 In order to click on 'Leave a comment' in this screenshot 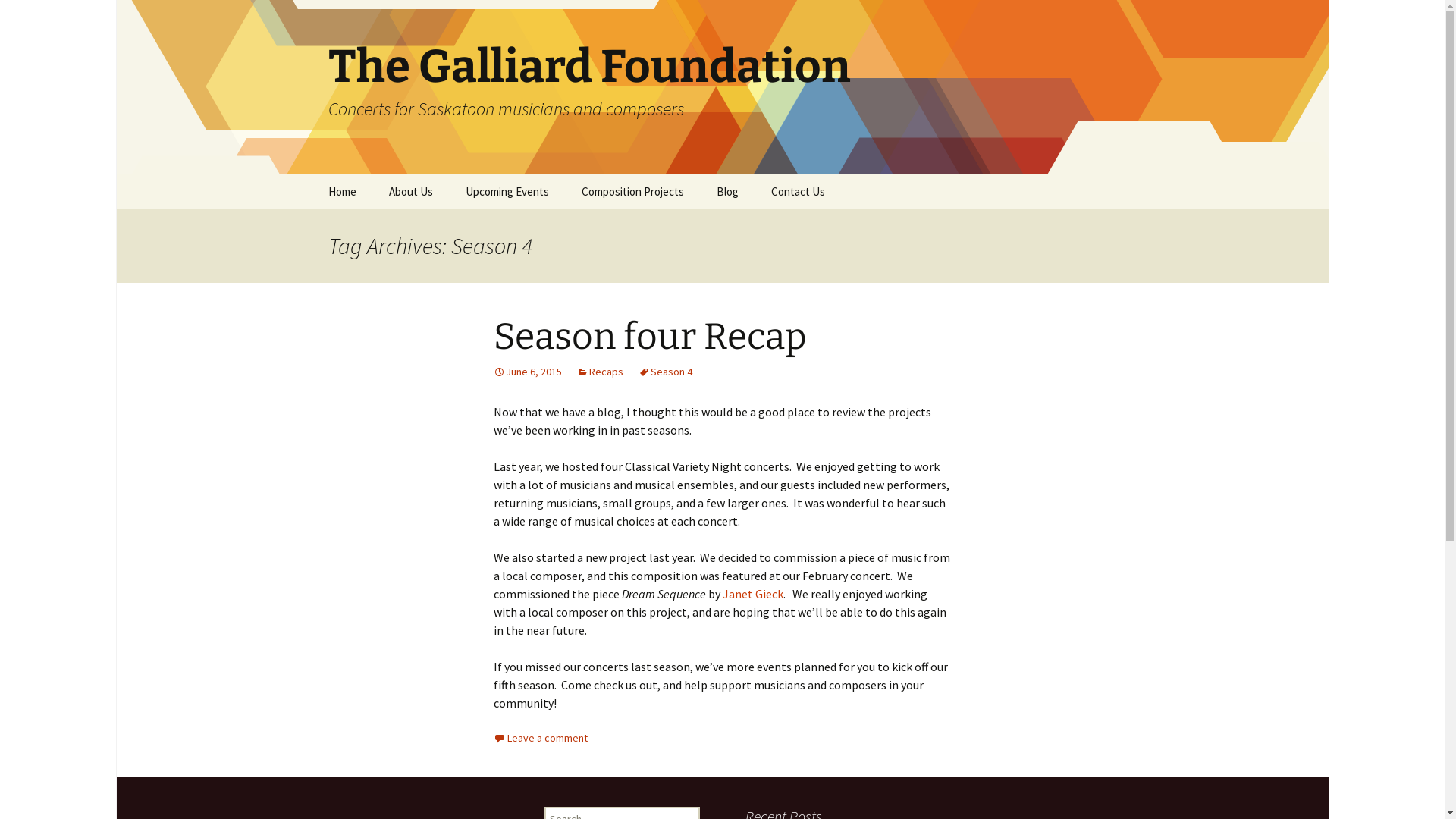, I will do `click(492, 736)`.